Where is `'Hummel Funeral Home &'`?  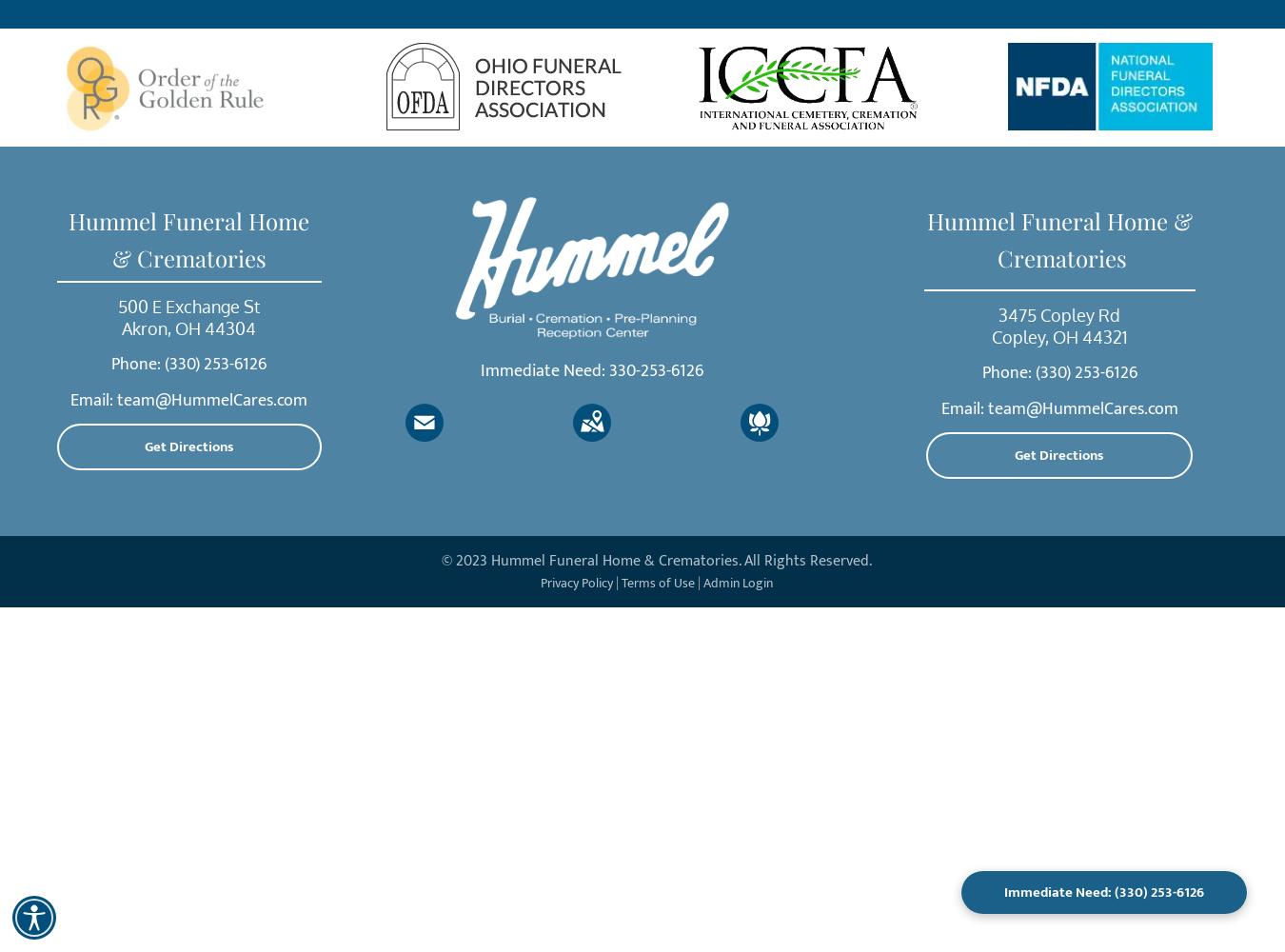
'Hummel Funeral Home &' is located at coordinates (1058, 220).